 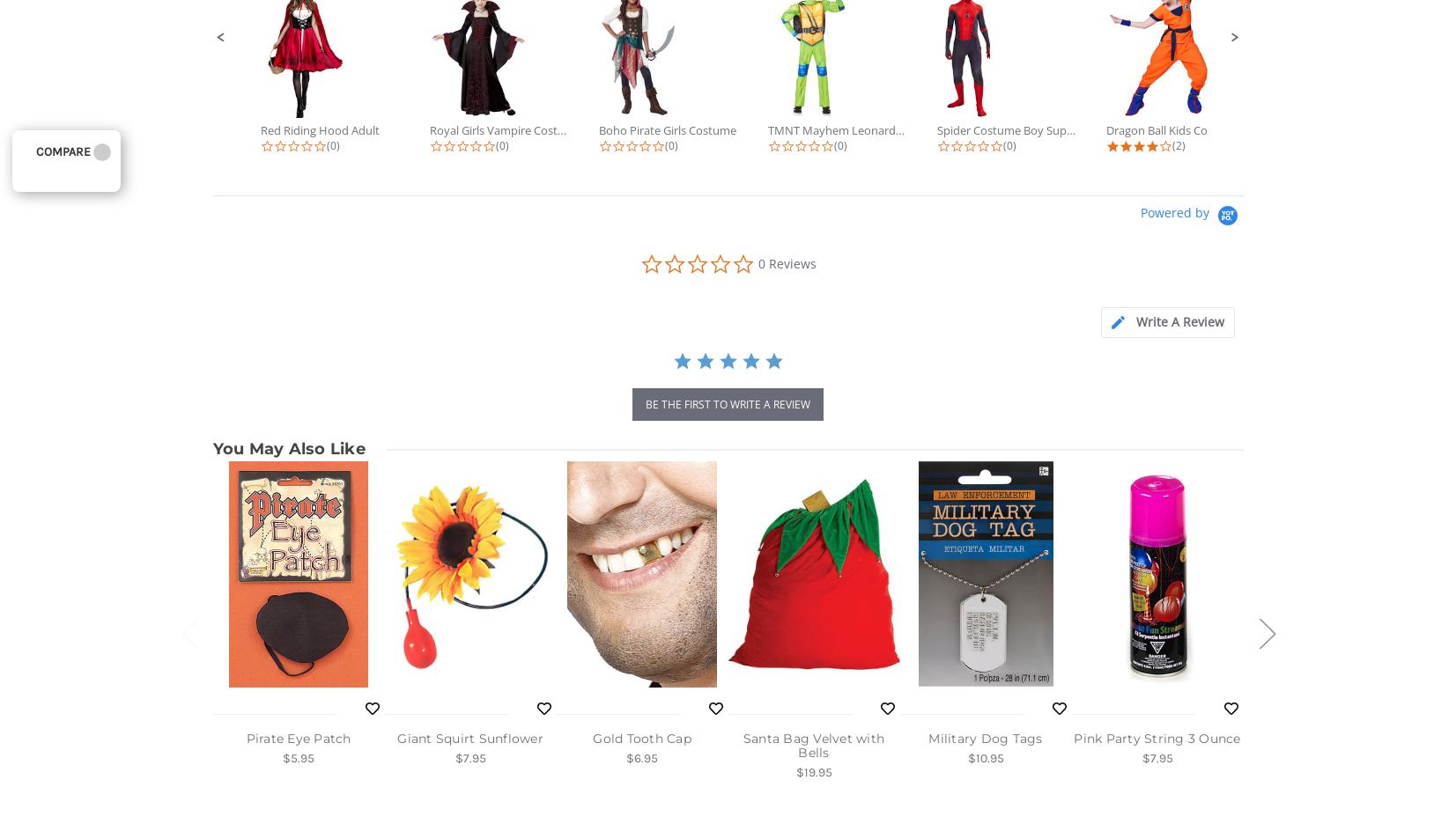 What do you see at coordinates (1347, 144) in the screenshot?
I see `'(1)'` at bounding box center [1347, 144].